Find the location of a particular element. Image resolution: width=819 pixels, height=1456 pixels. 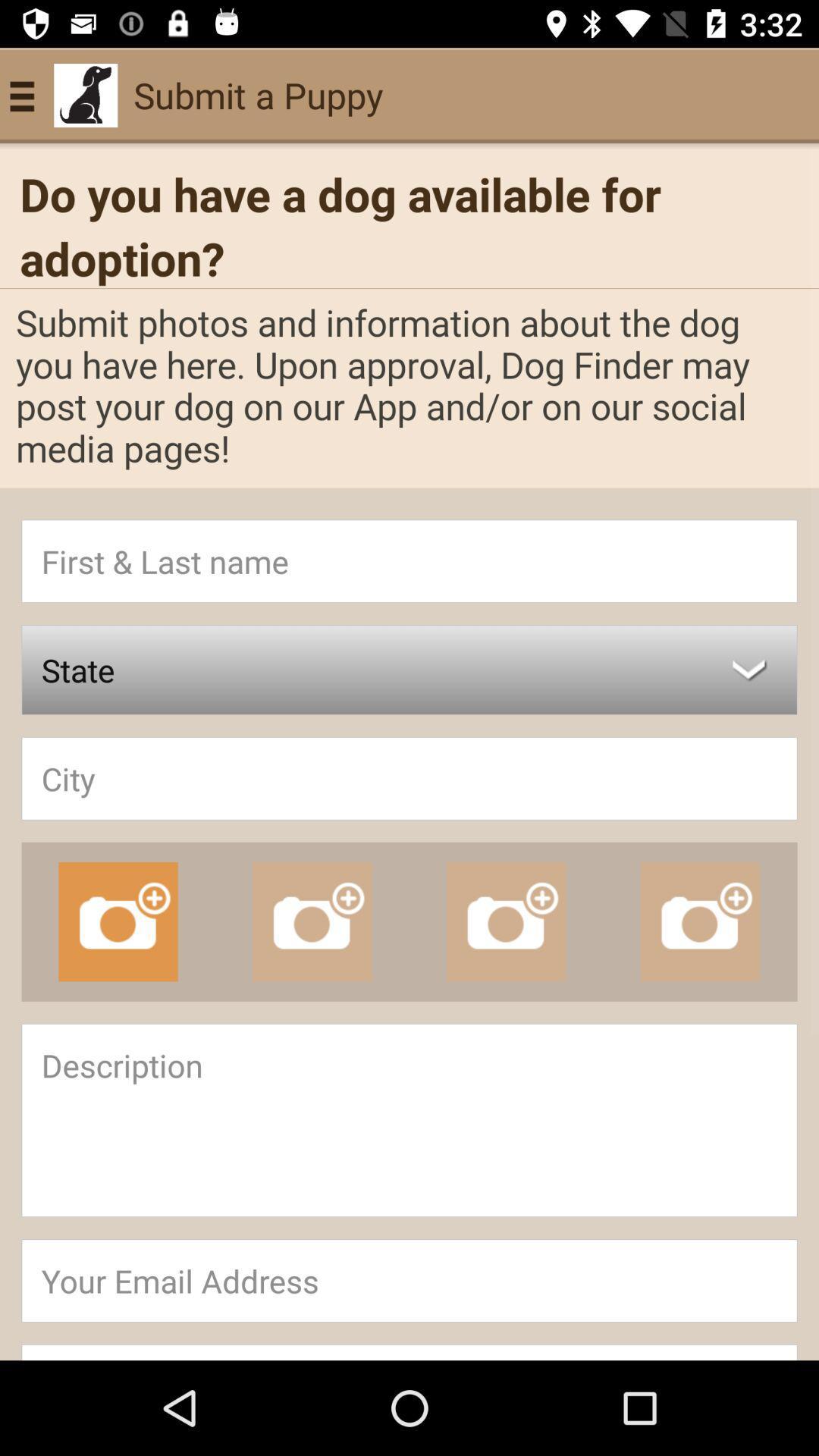

the photo icon is located at coordinates (506, 921).